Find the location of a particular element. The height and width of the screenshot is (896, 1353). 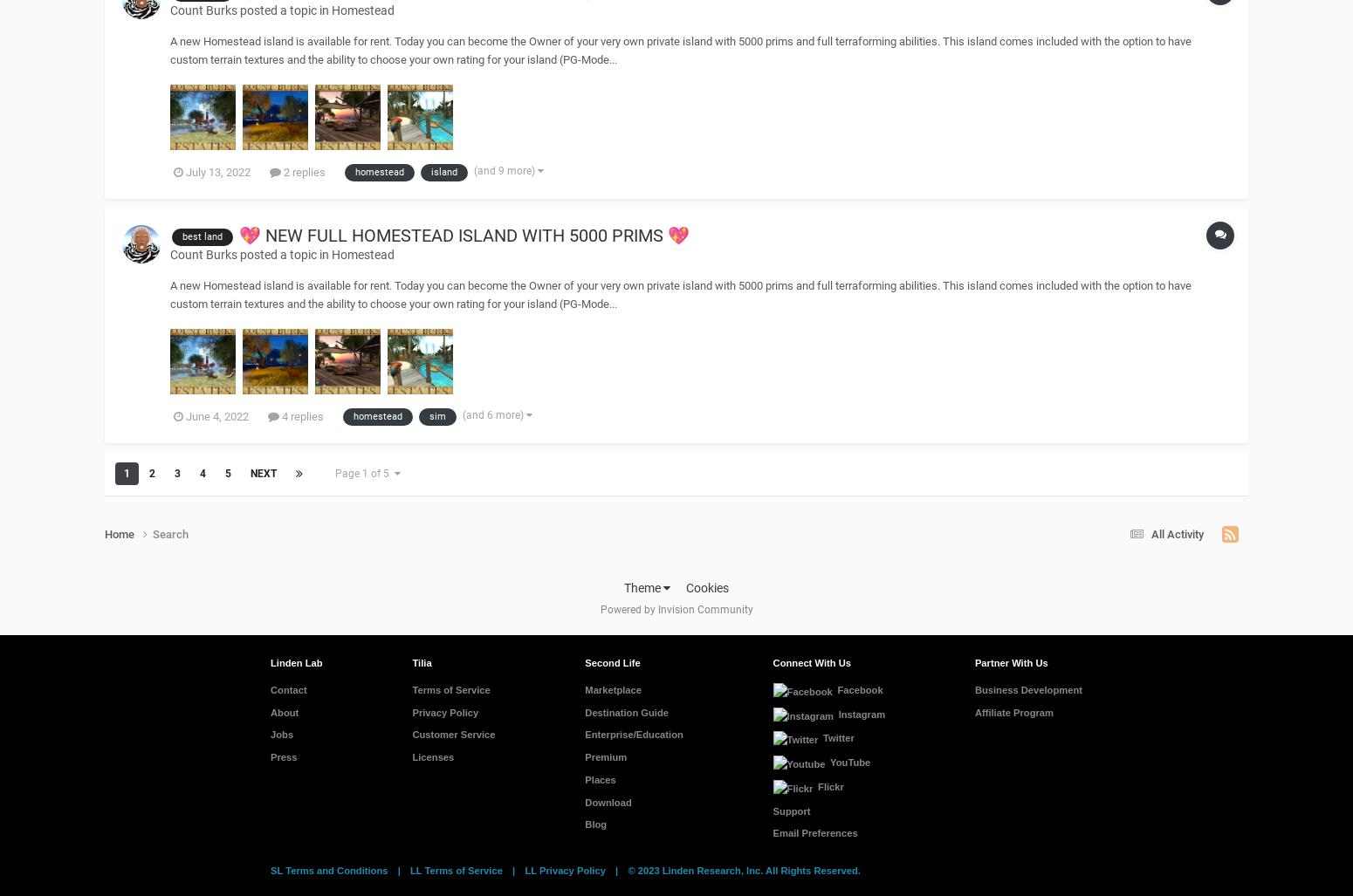

'June 4, 2022' is located at coordinates (216, 415).